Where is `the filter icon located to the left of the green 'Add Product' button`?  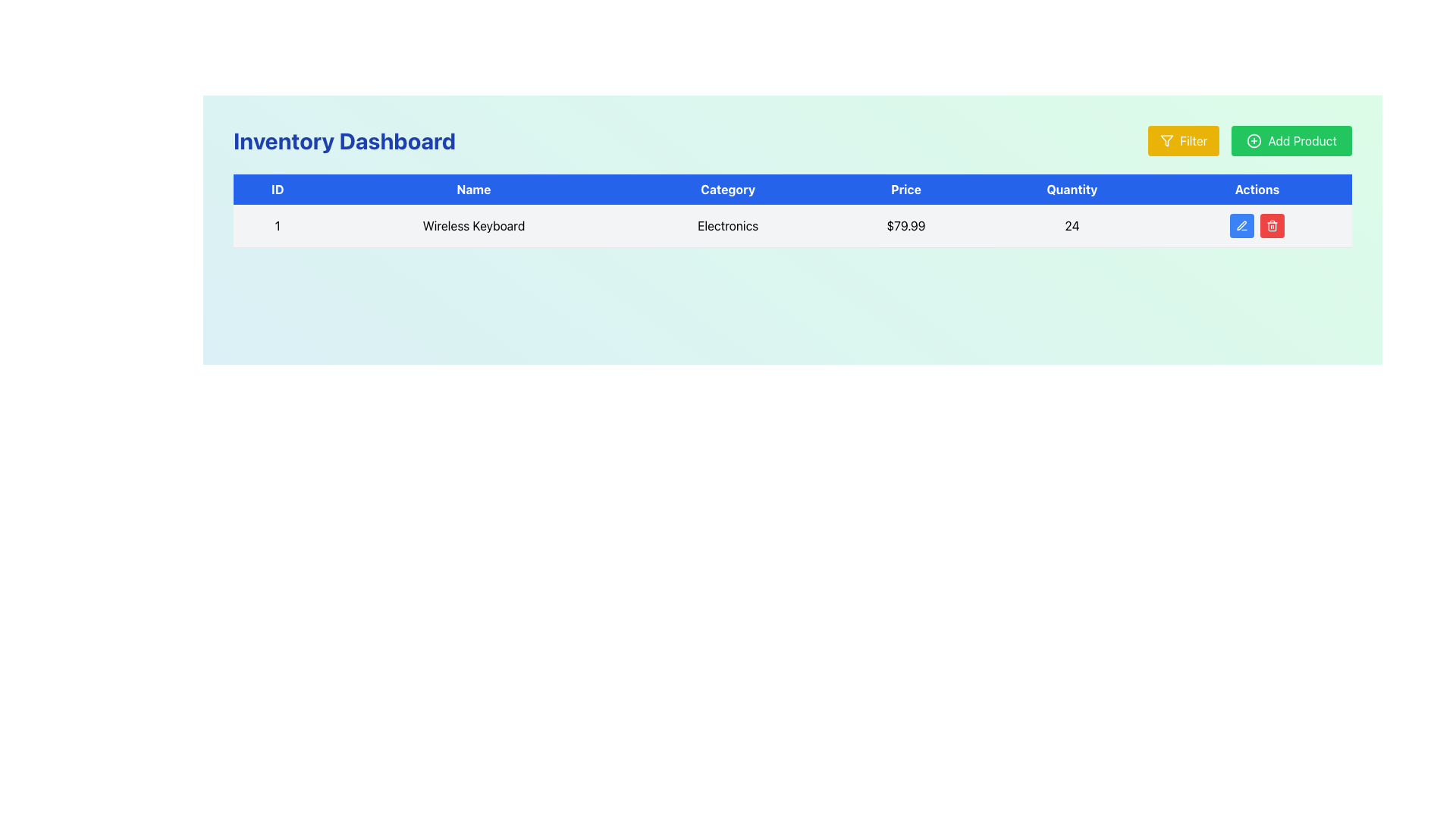 the filter icon located to the left of the green 'Add Product' button is located at coordinates (1166, 140).